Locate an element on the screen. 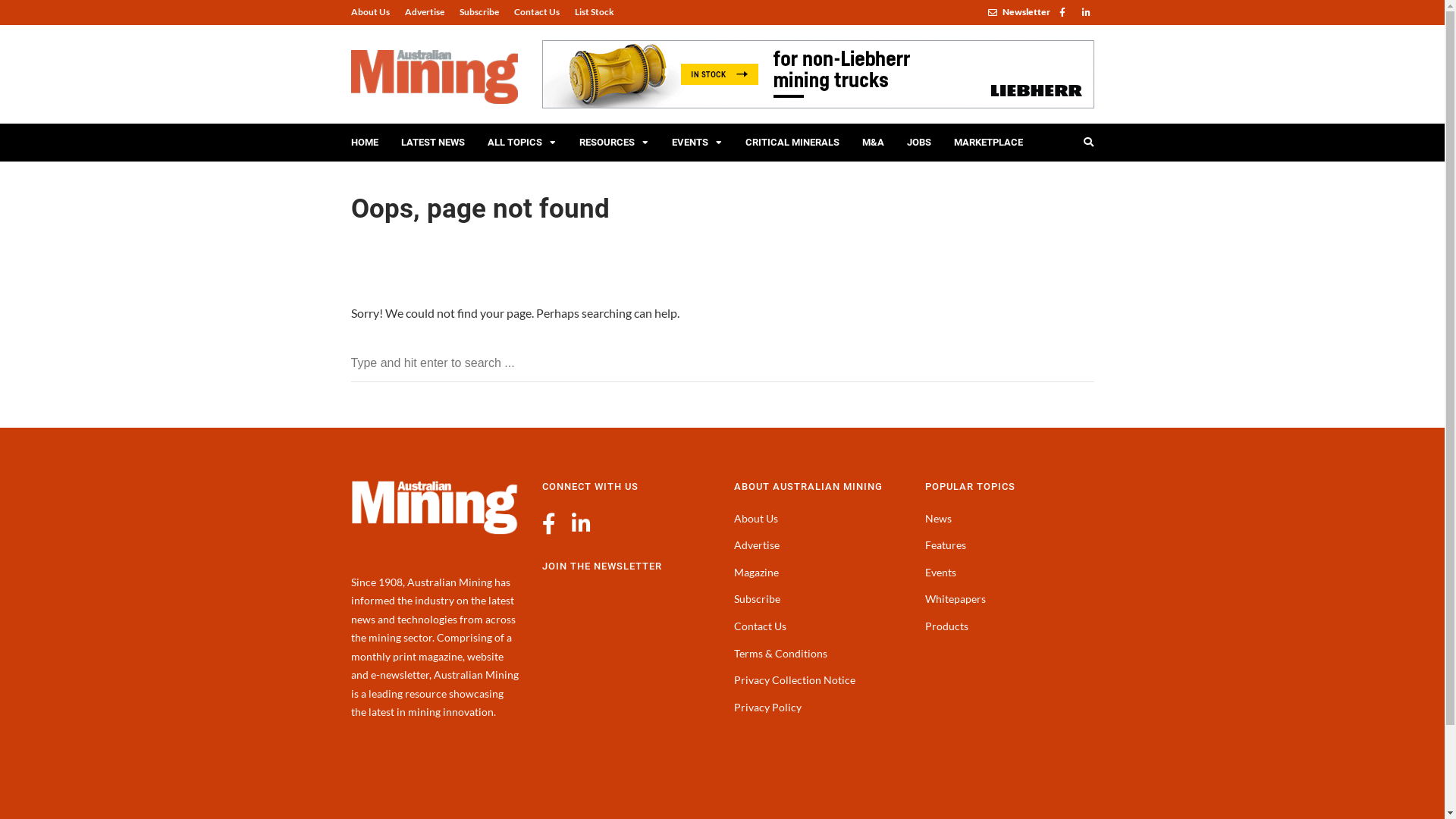 The width and height of the screenshot is (1456, 819). 'Privacy Collection Notice' is located at coordinates (793, 679).